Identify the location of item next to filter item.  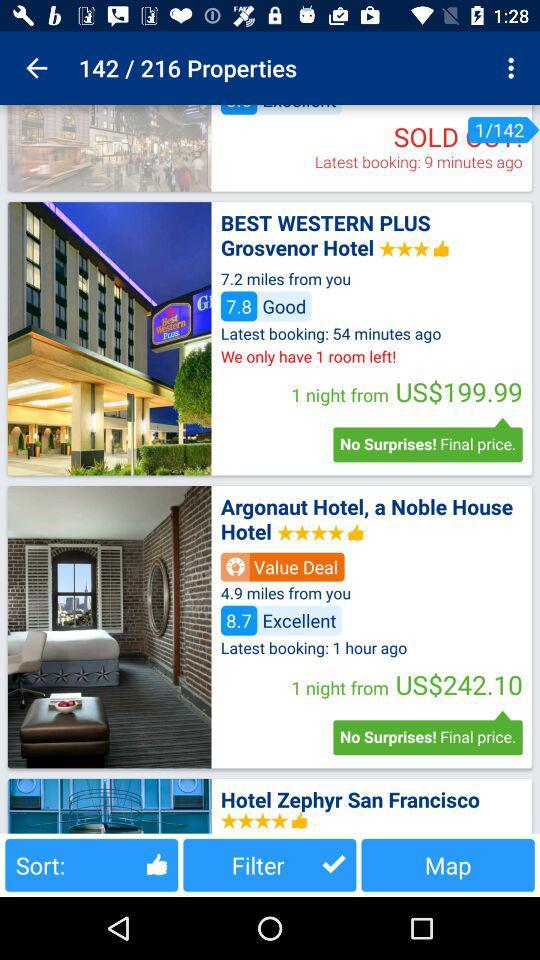
(90, 864).